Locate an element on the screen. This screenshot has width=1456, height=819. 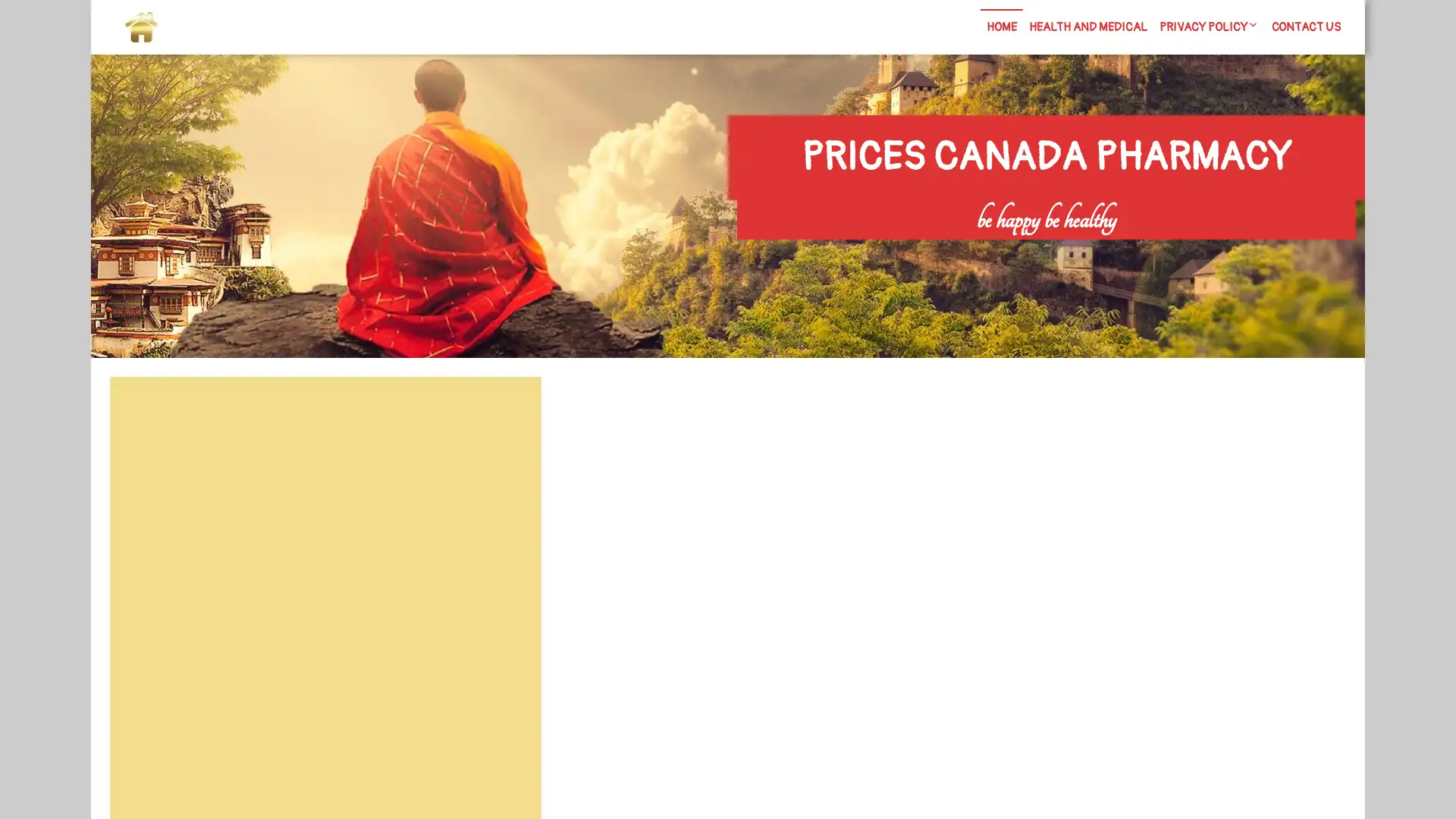
Search is located at coordinates (1181, 248).